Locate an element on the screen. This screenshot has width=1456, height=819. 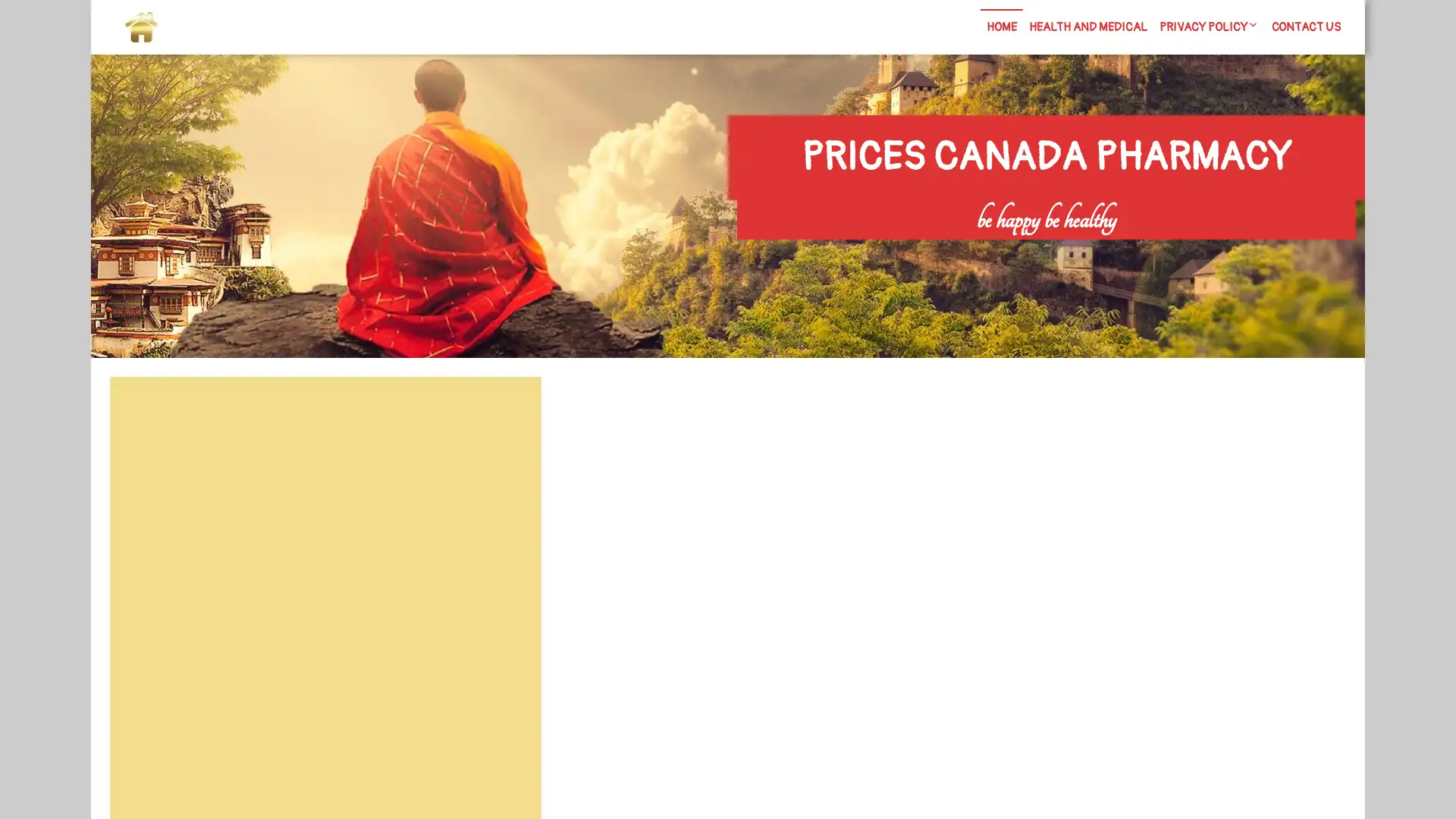
Search is located at coordinates (1181, 248).